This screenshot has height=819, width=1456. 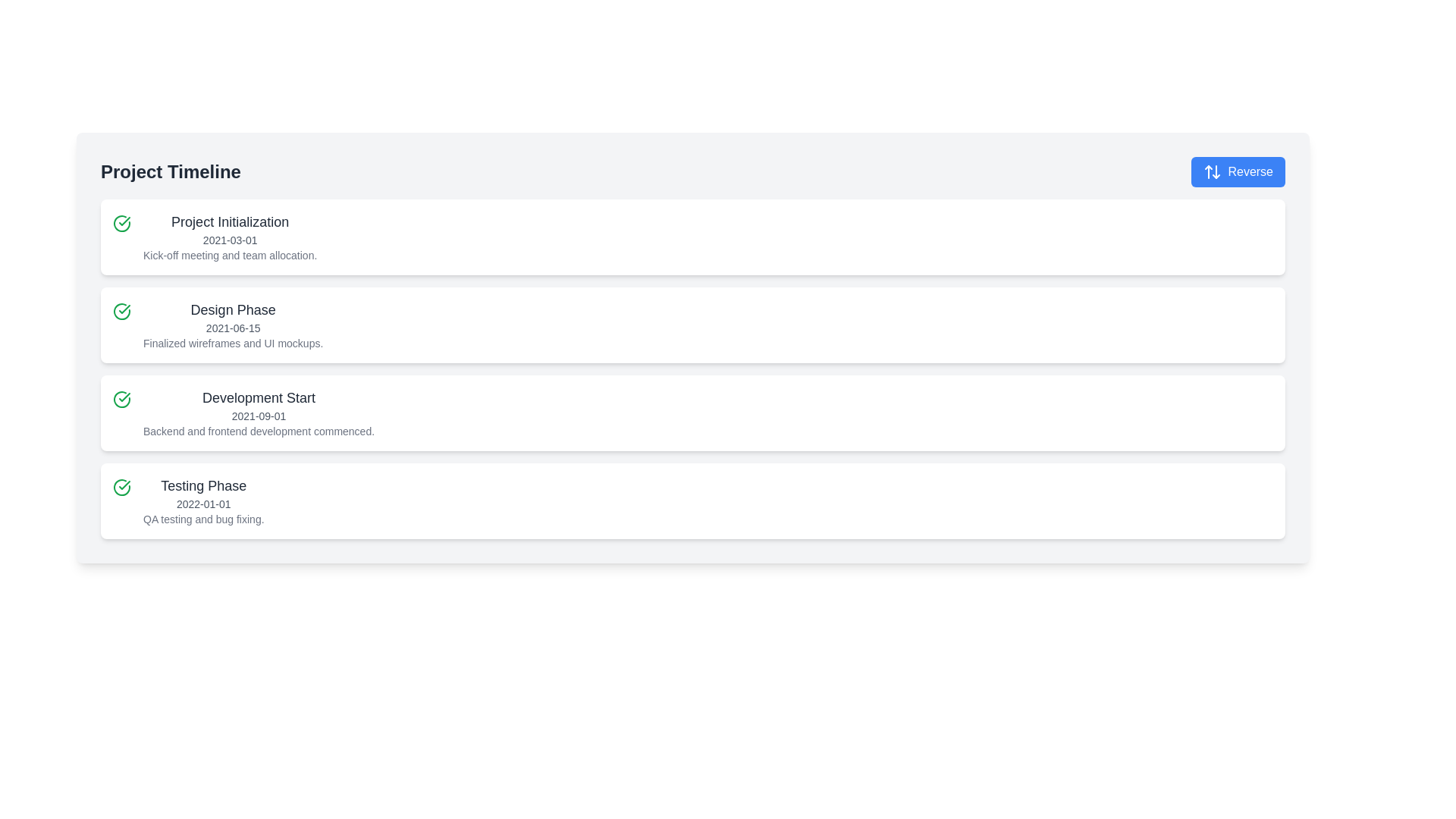 I want to click on circular icon with a green check mark located at the top-left corner of the 'Testing Phase' card, so click(x=122, y=488).